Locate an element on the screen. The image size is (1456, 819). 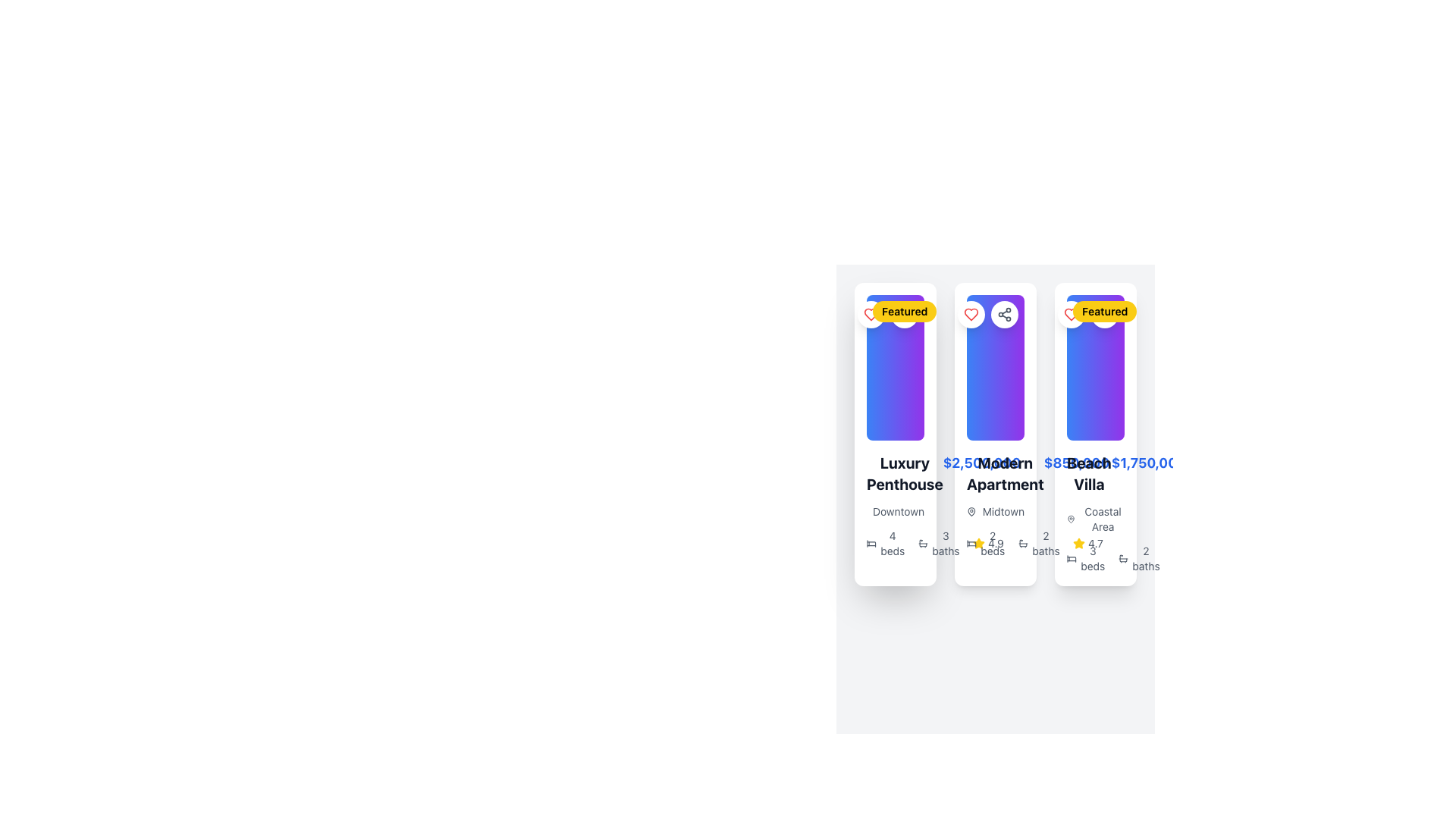
information displayed in the text element showing '4 beds' with an adjacent bed icon, located within the 'Luxury Penthouse' property card is located at coordinates (895, 543).